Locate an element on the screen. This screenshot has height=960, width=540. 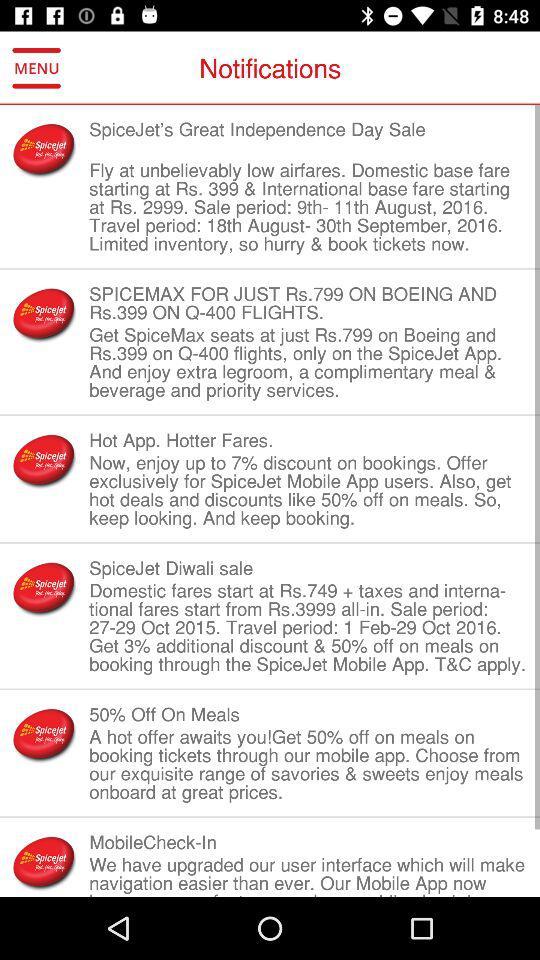
fly at unbelievably item is located at coordinates (308, 206).